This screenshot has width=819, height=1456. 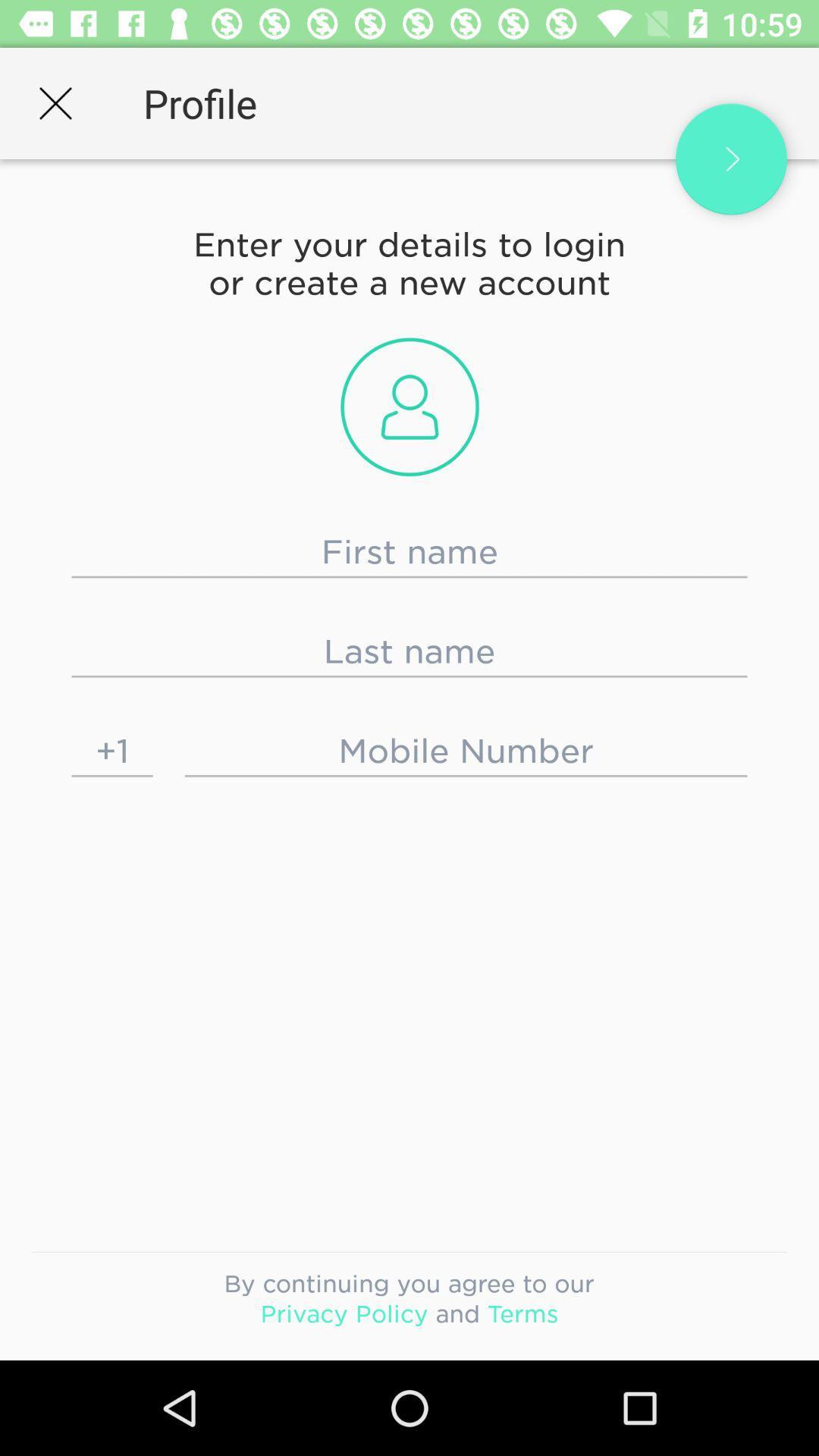 I want to click on search button, so click(x=730, y=159).